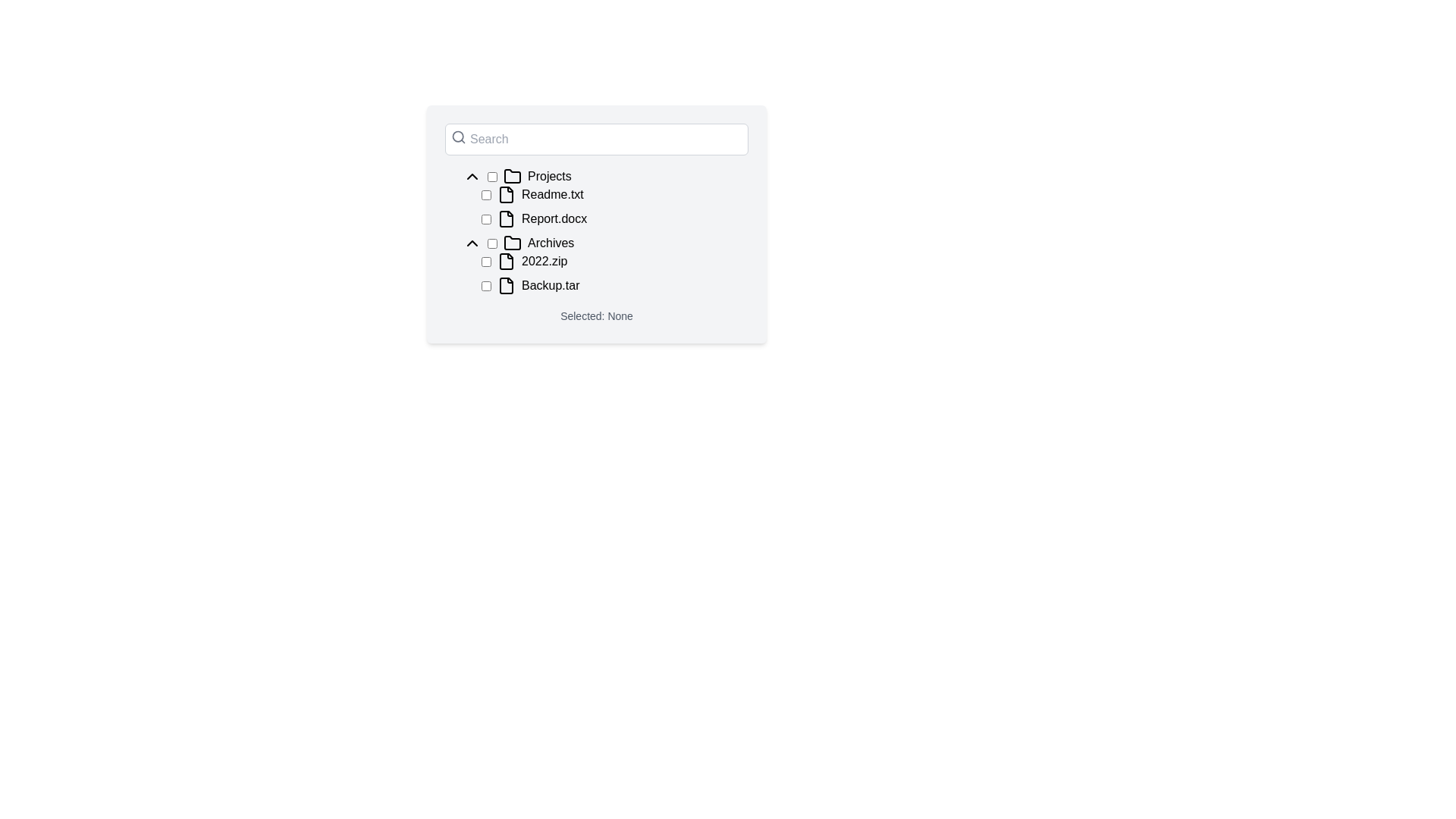  What do you see at coordinates (506, 286) in the screenshot?
I see `the icon representing the file 'Backup.tar', which is located in the list of files under the section titled 'Archives'` at bounding box center [506, 286].